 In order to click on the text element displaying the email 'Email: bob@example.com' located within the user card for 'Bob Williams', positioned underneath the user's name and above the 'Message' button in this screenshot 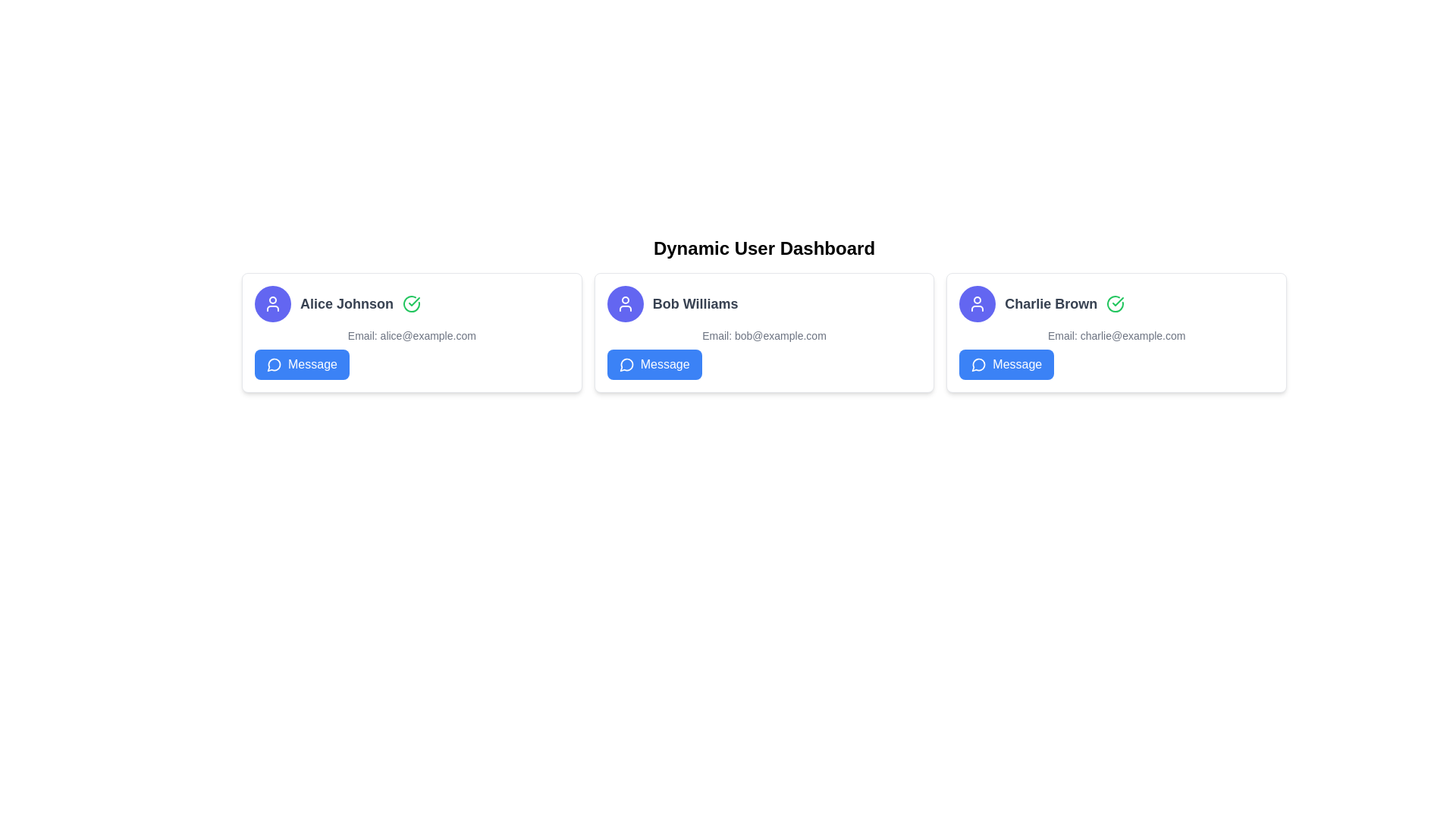, I will do `click(764, 335)`.